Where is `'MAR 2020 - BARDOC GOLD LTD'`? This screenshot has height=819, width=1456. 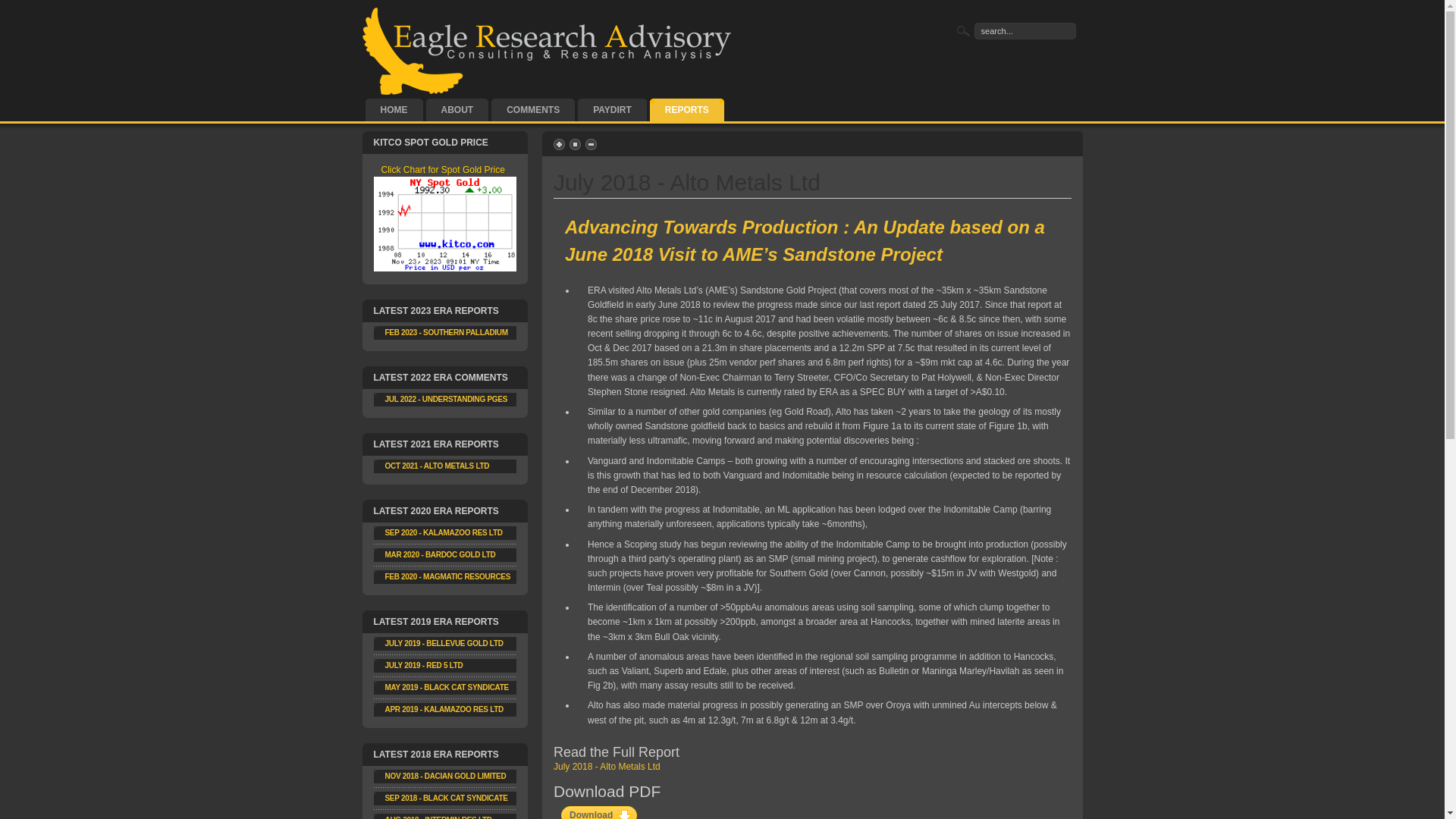 'MAR 2020 - BARDOC GOLD LTD' is located at coordinates (439, 554).